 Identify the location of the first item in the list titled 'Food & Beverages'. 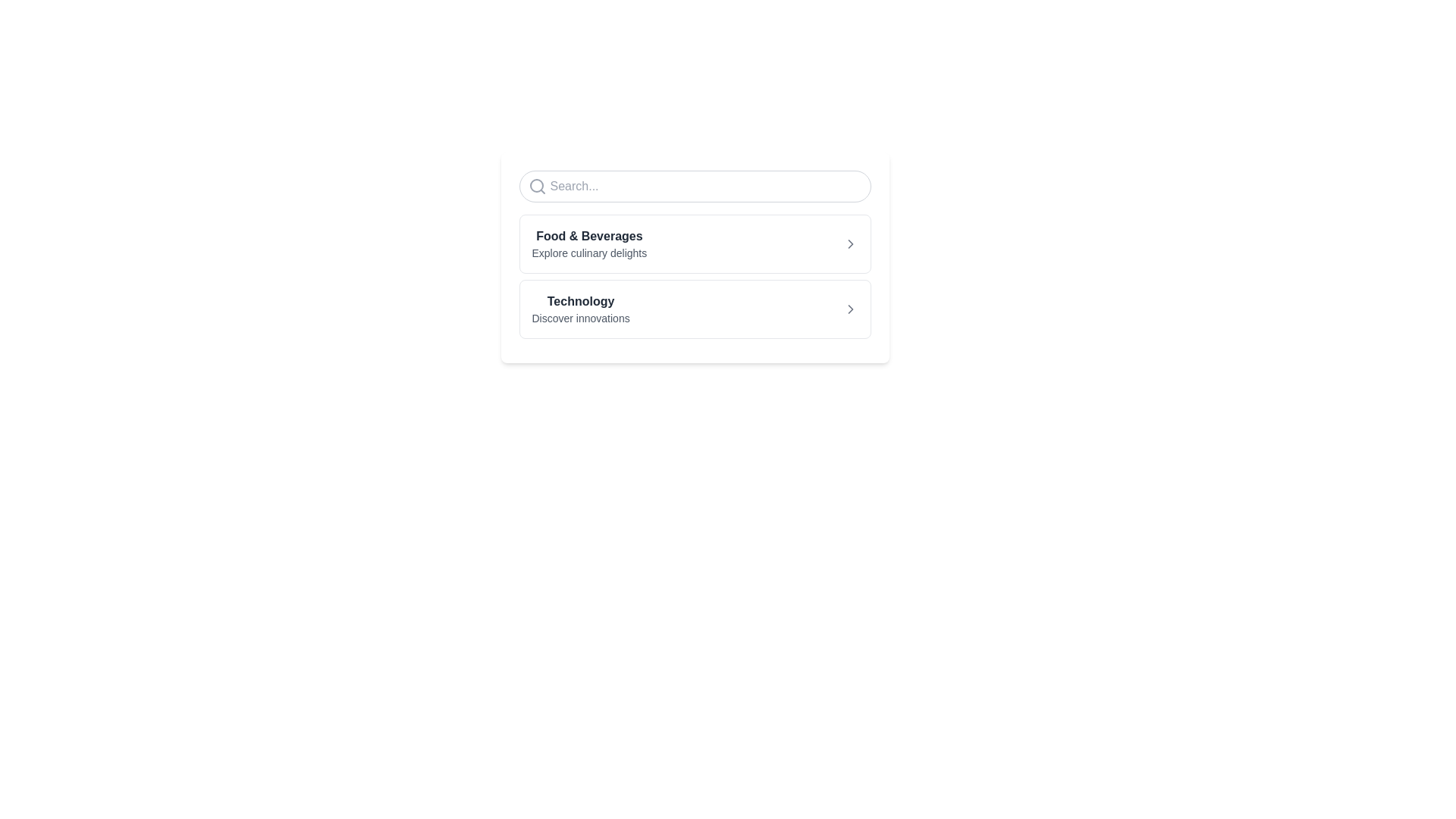
(588, 243).